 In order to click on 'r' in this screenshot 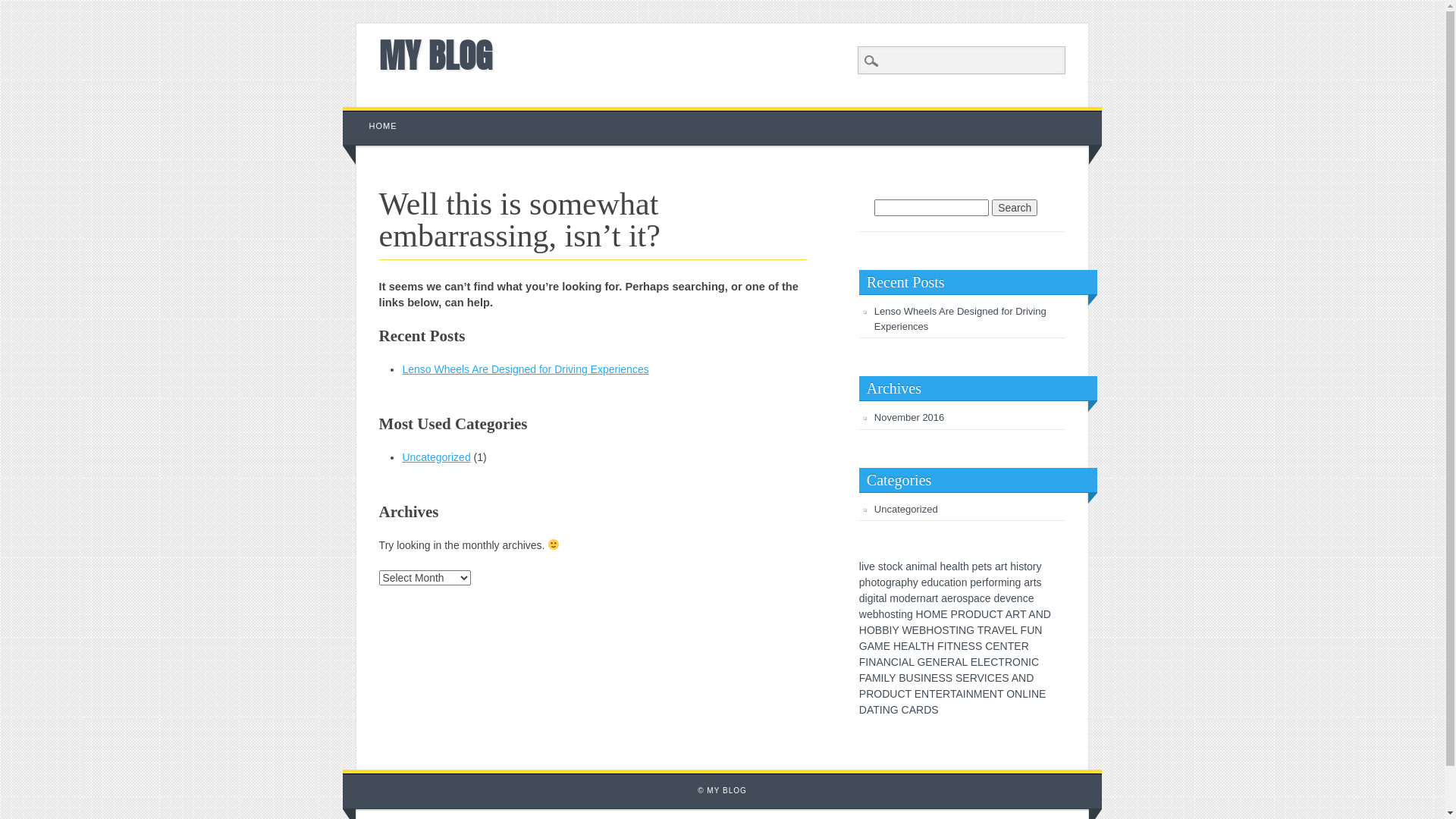, I will do `click(1001, 566)`.